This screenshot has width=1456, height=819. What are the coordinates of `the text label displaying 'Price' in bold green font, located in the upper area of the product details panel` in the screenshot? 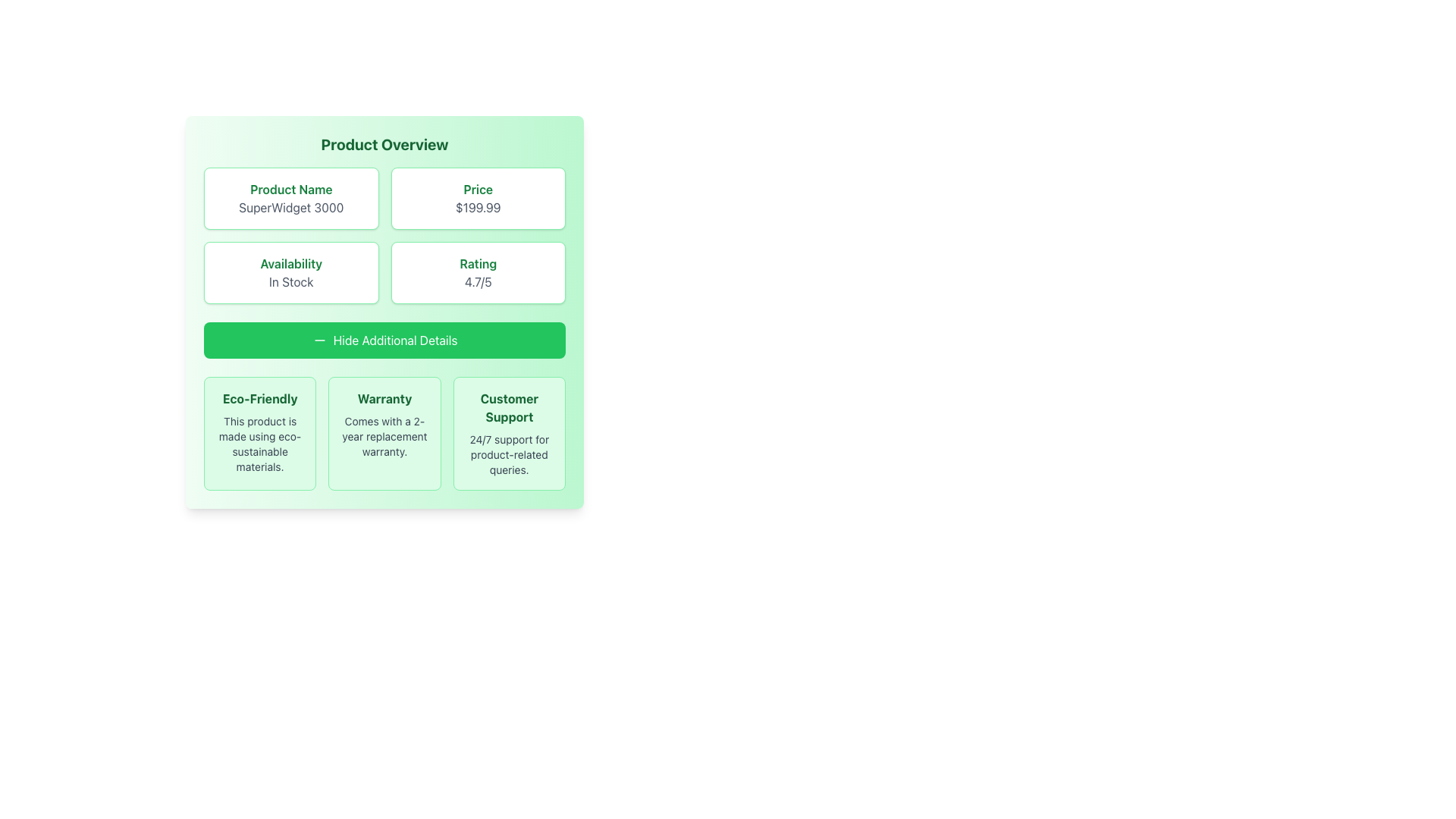 It's located at (477, 189).